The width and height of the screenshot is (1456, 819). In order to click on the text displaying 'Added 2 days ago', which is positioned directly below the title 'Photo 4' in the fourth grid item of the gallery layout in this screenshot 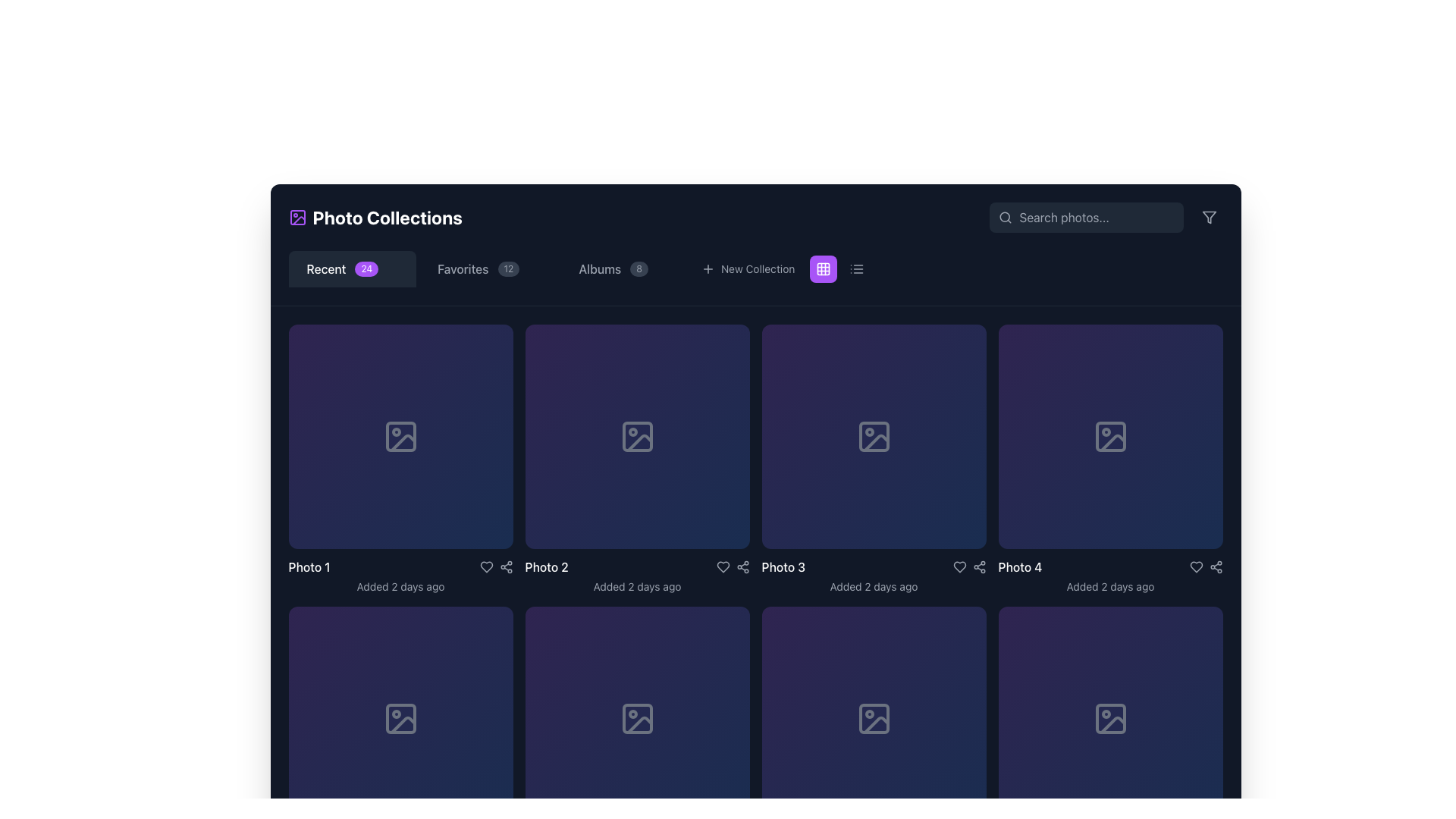, I will do `click(1110, 586)`.